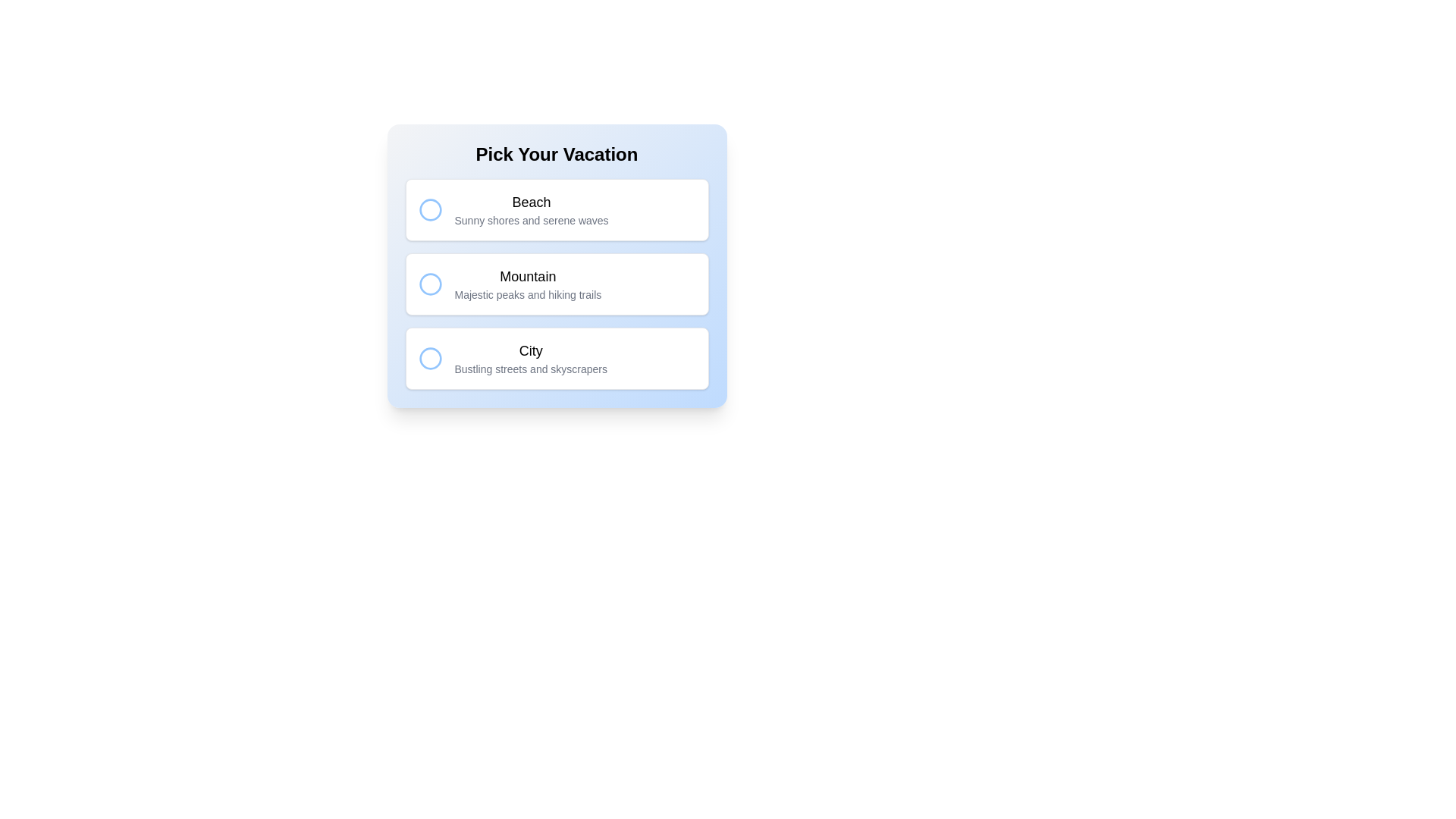  What do you see at coordinates (429, 284) in the screenshot?
I see `the radio button with a blue border and white inner area` at bounding box center [429, 284].